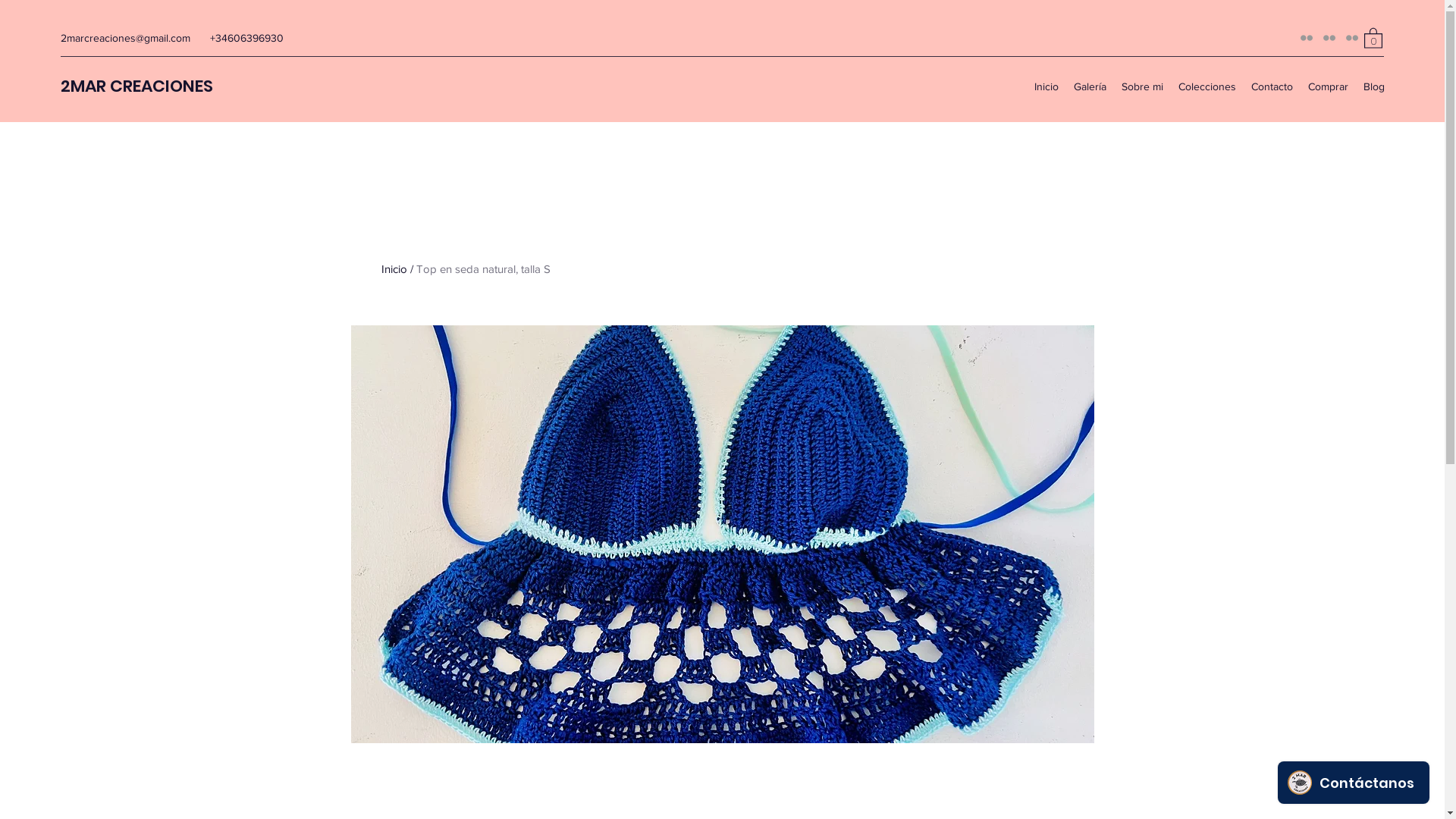  What do you see at coordinates (125, 37) in the screenshot?
I see `'2marcreaciones@gmail.com'` at bounding box center [125, 37].